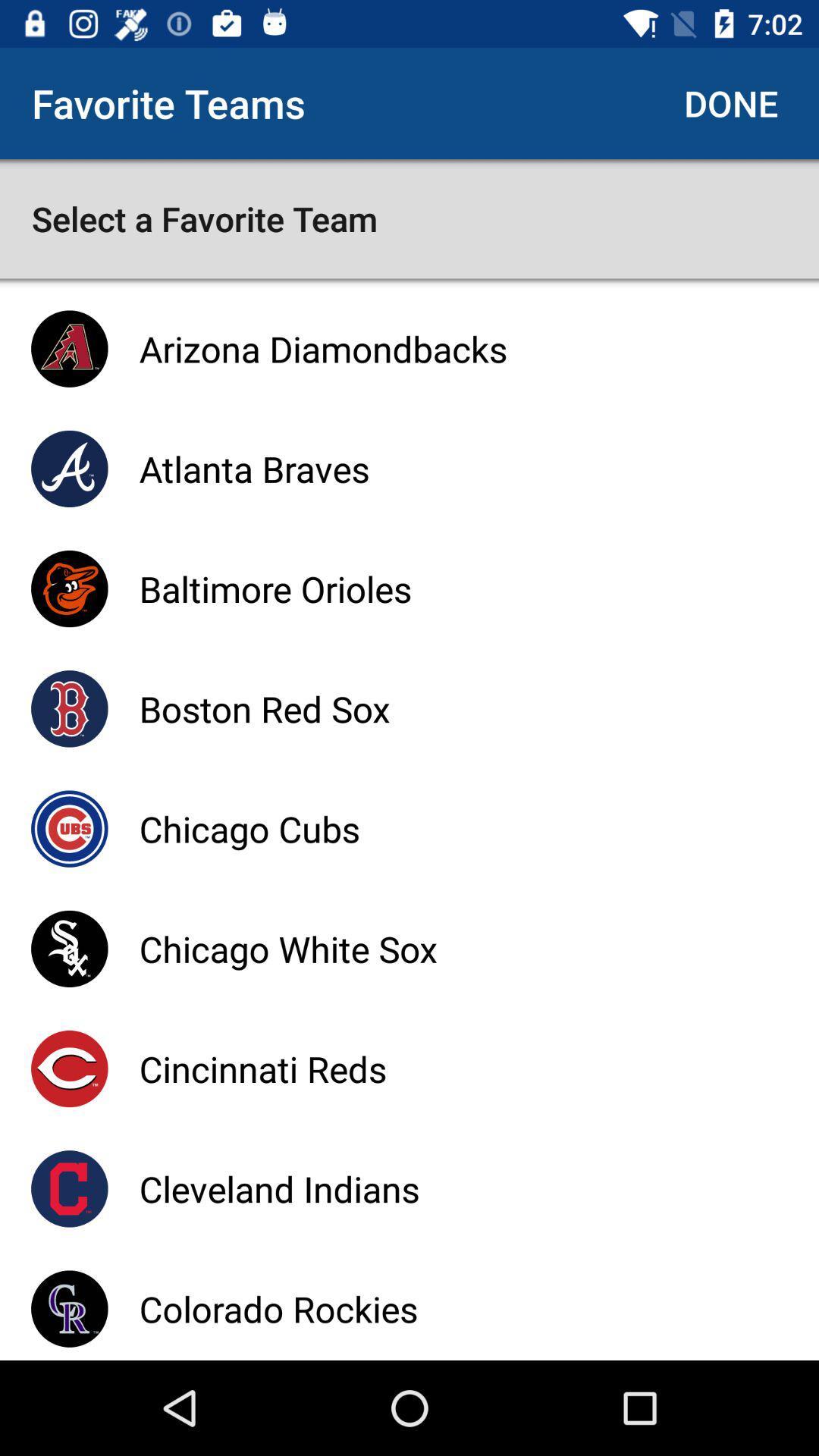  I want to click on the done icon, so click(730, 102).